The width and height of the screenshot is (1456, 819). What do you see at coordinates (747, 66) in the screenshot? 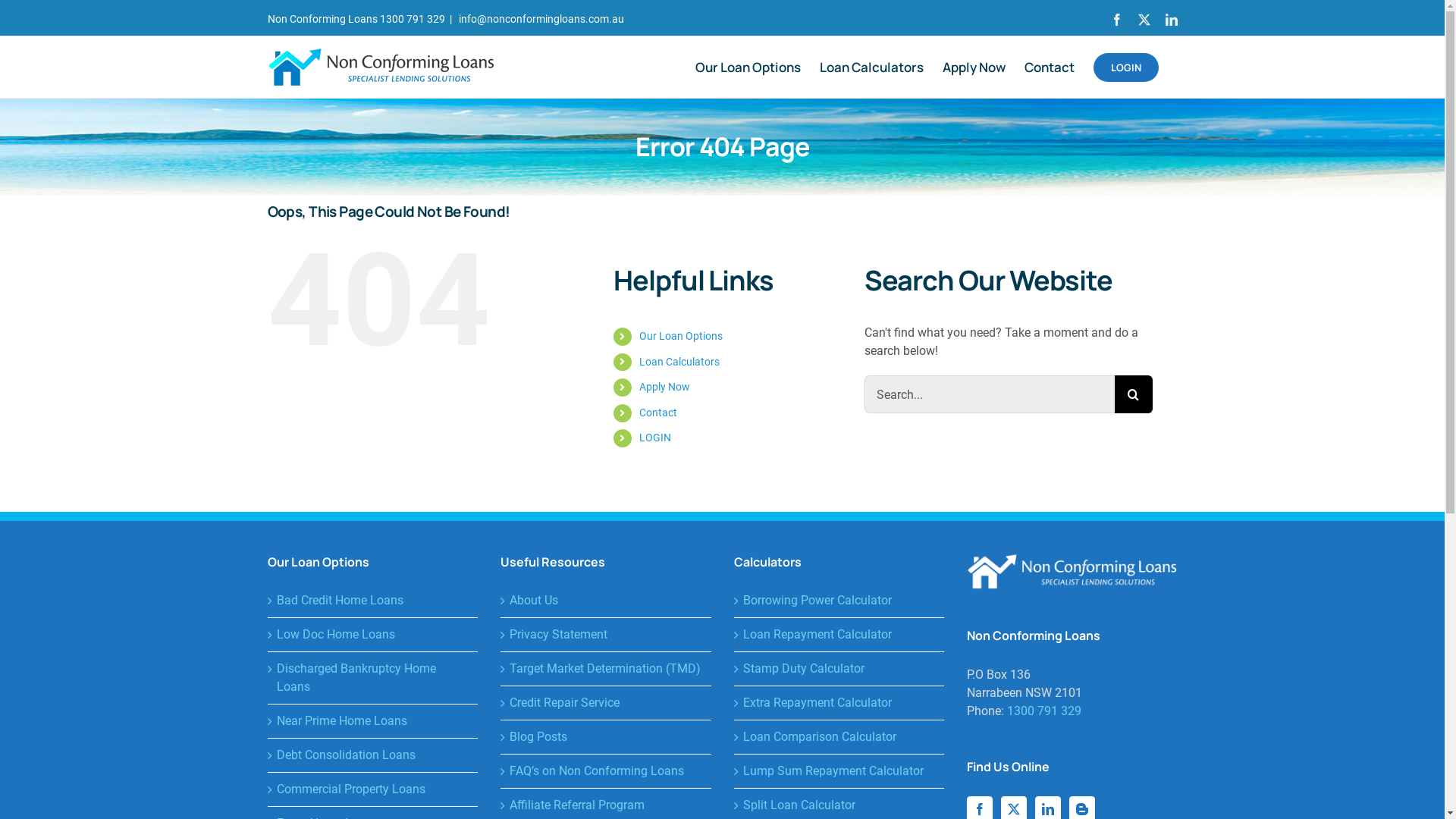
I see `'Our Loan Options'` at bounding box center [747, 66].